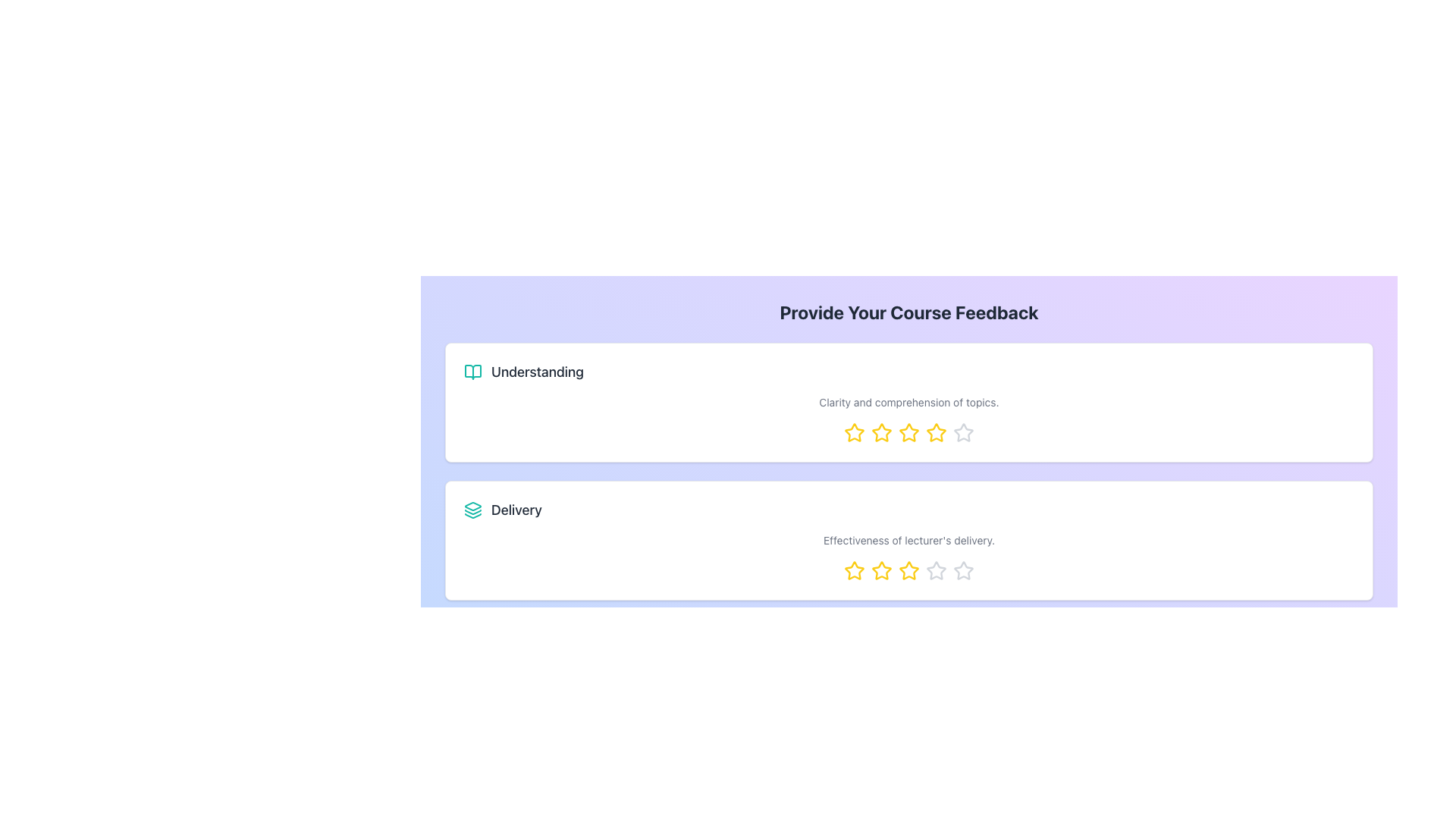  I want to click on the second star in the horizontal row for 'Understanding' feedback section, so click(855, 432).